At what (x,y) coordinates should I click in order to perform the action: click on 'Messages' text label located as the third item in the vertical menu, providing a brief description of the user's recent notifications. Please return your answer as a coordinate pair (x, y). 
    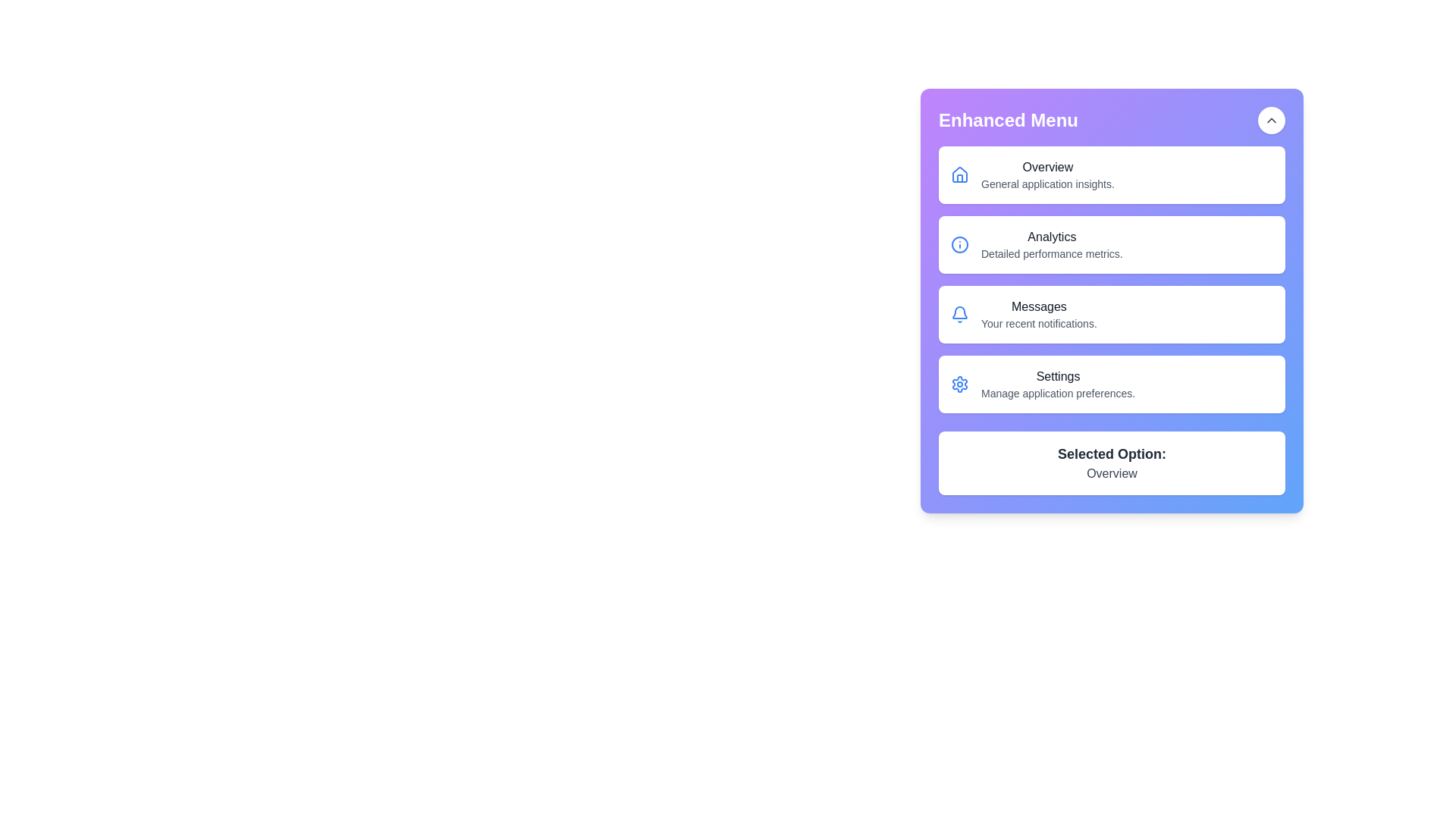
    Looking at the image, I should click on (1038, 314).